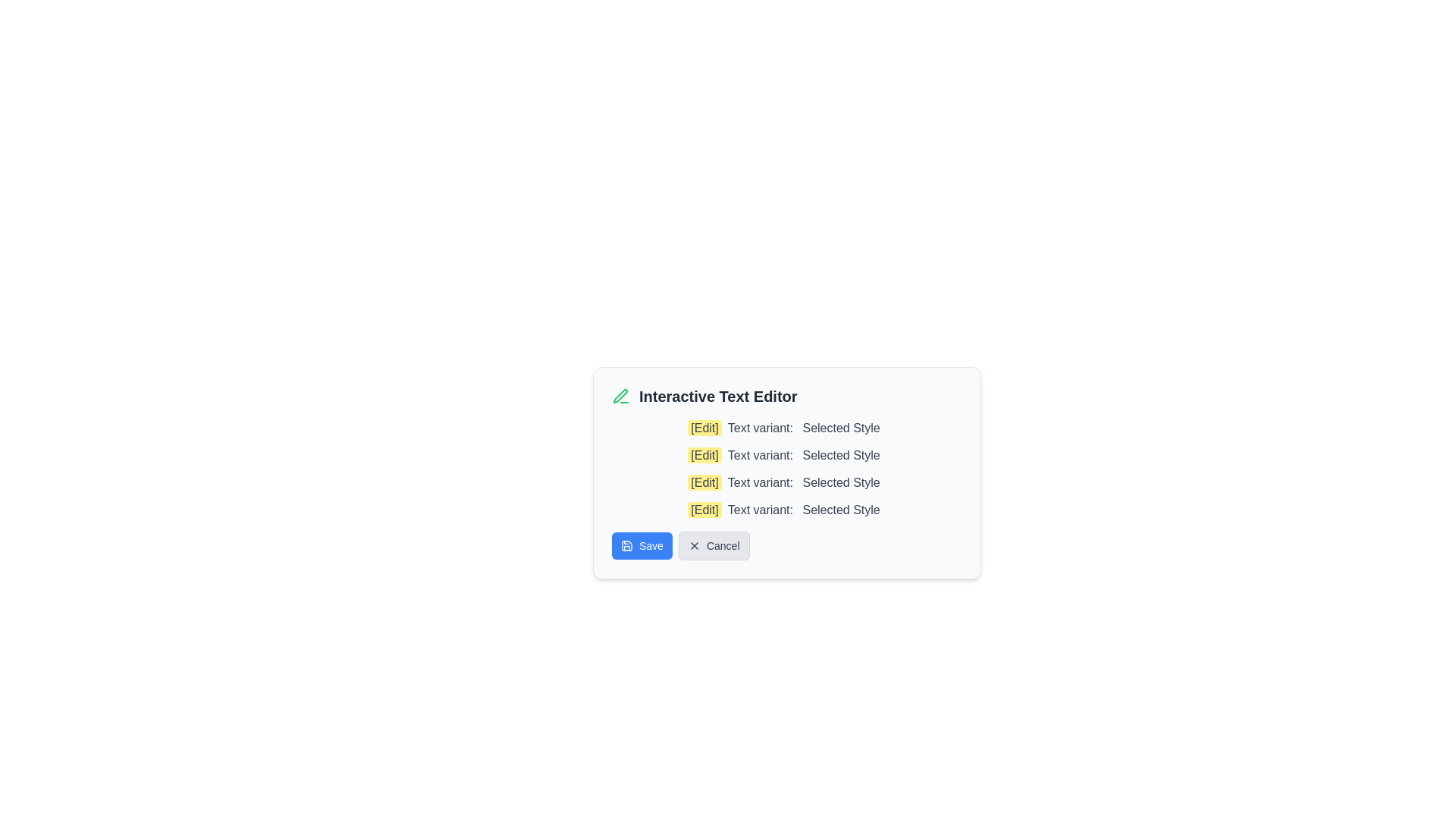 The width and height of the screenshot is (1456, 819). What do you see at coordinates (840, 510) in the screenshot?
I see `the text label displaying the currently chosen text style, located to the immediate right of the '[Edit]' button` at bounding box center [840, 510].